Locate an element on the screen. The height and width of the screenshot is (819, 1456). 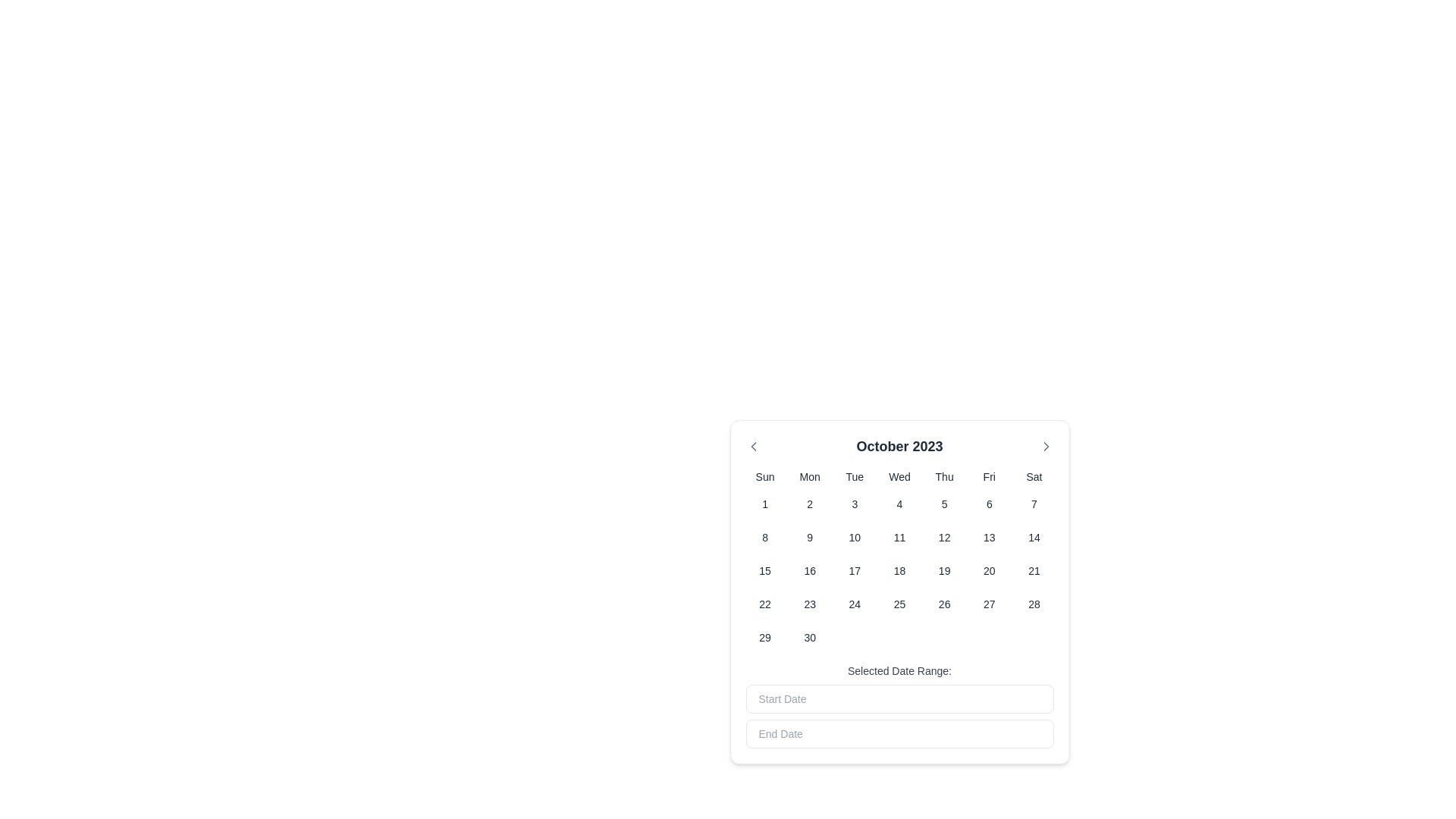
the left-pointing chevron SVG graphic in the top-left corner of the calendar interface is located at coordinates (753, 446).